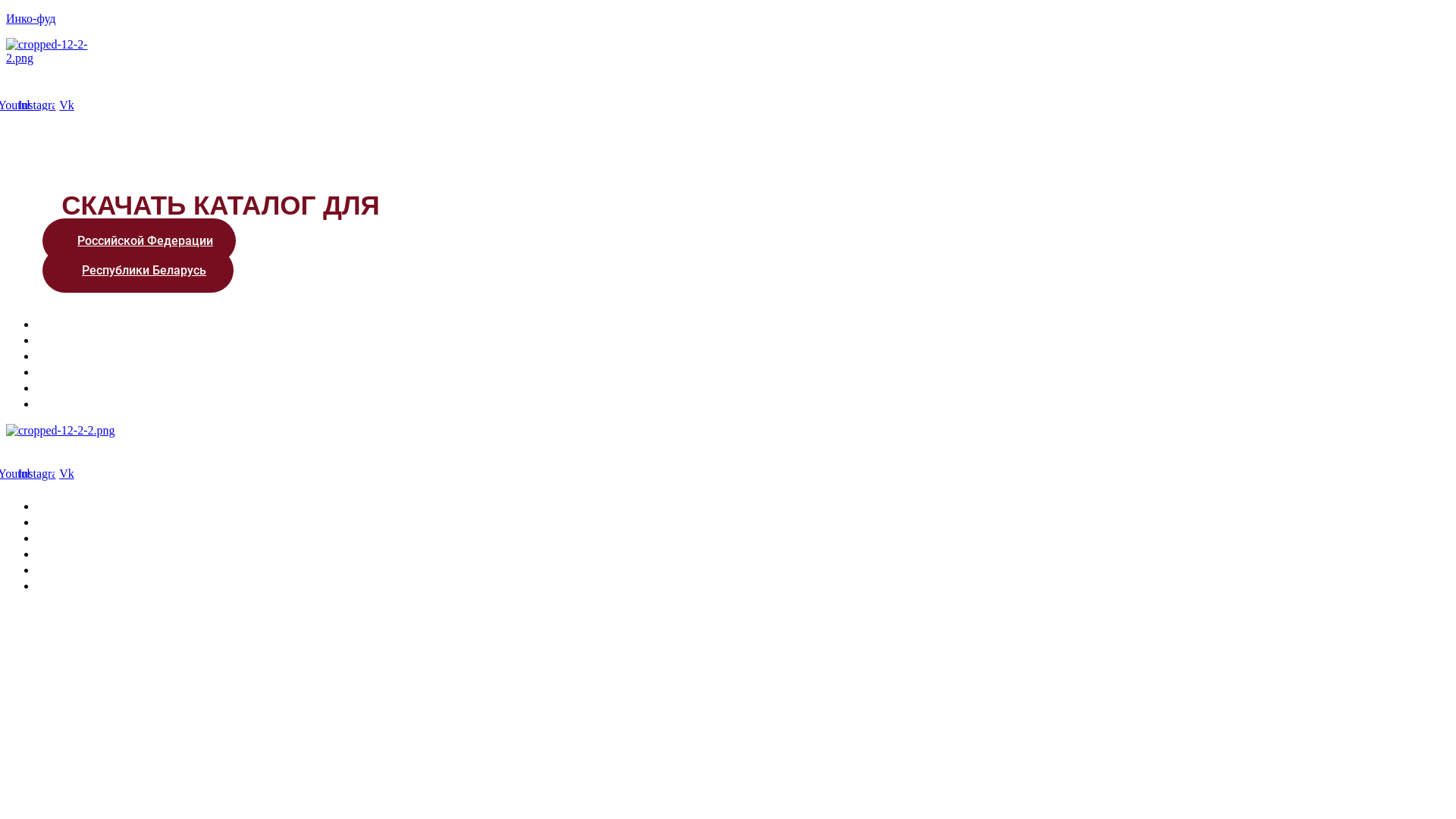 This screenshot has height=819, width=1456. I want to click on 'Youtube', so click(18, 104).